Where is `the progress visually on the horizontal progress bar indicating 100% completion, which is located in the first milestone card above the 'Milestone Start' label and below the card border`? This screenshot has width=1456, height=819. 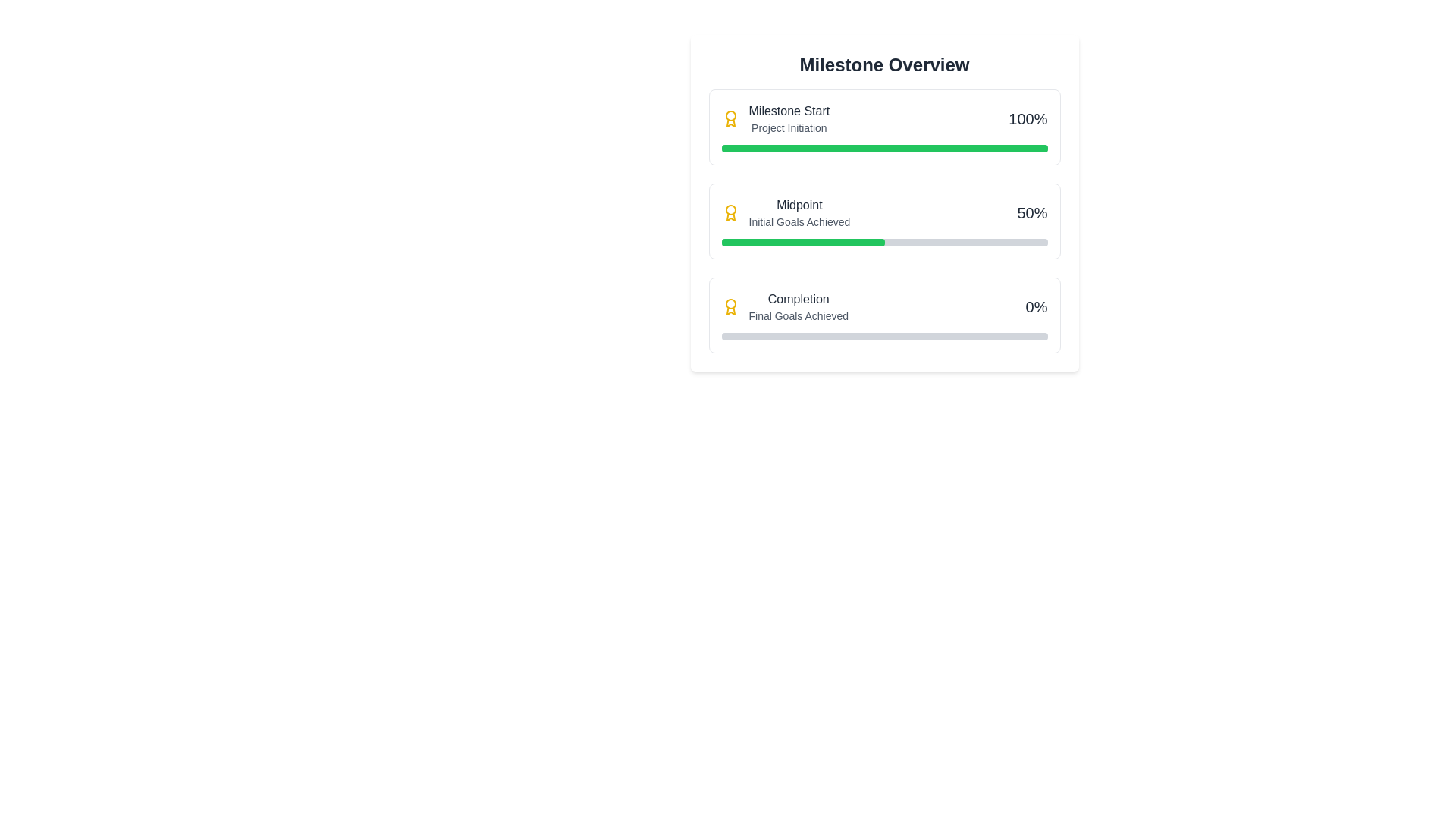 the progress visually on the horizontal progress bar indicating 100% completion, which is located in the first milestone card above the 'Milestone Start' label and below the card border is located at coordinates (884, 149).